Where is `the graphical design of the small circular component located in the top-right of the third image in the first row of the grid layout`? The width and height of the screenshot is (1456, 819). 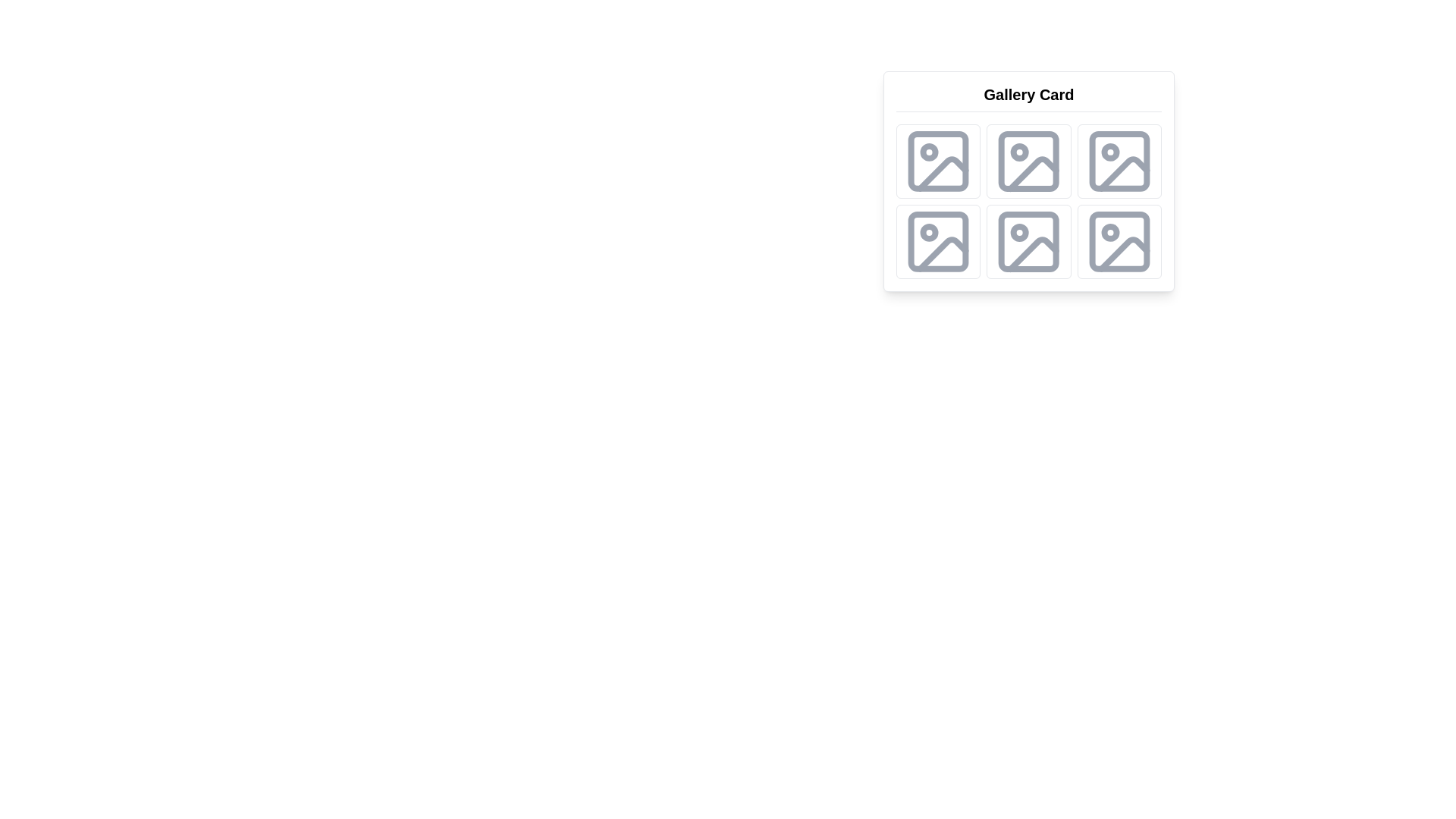
the graphical design of the small circular component located in the top-right of the third image in the first row of the grid layout is located at coordinates (1110, 152).